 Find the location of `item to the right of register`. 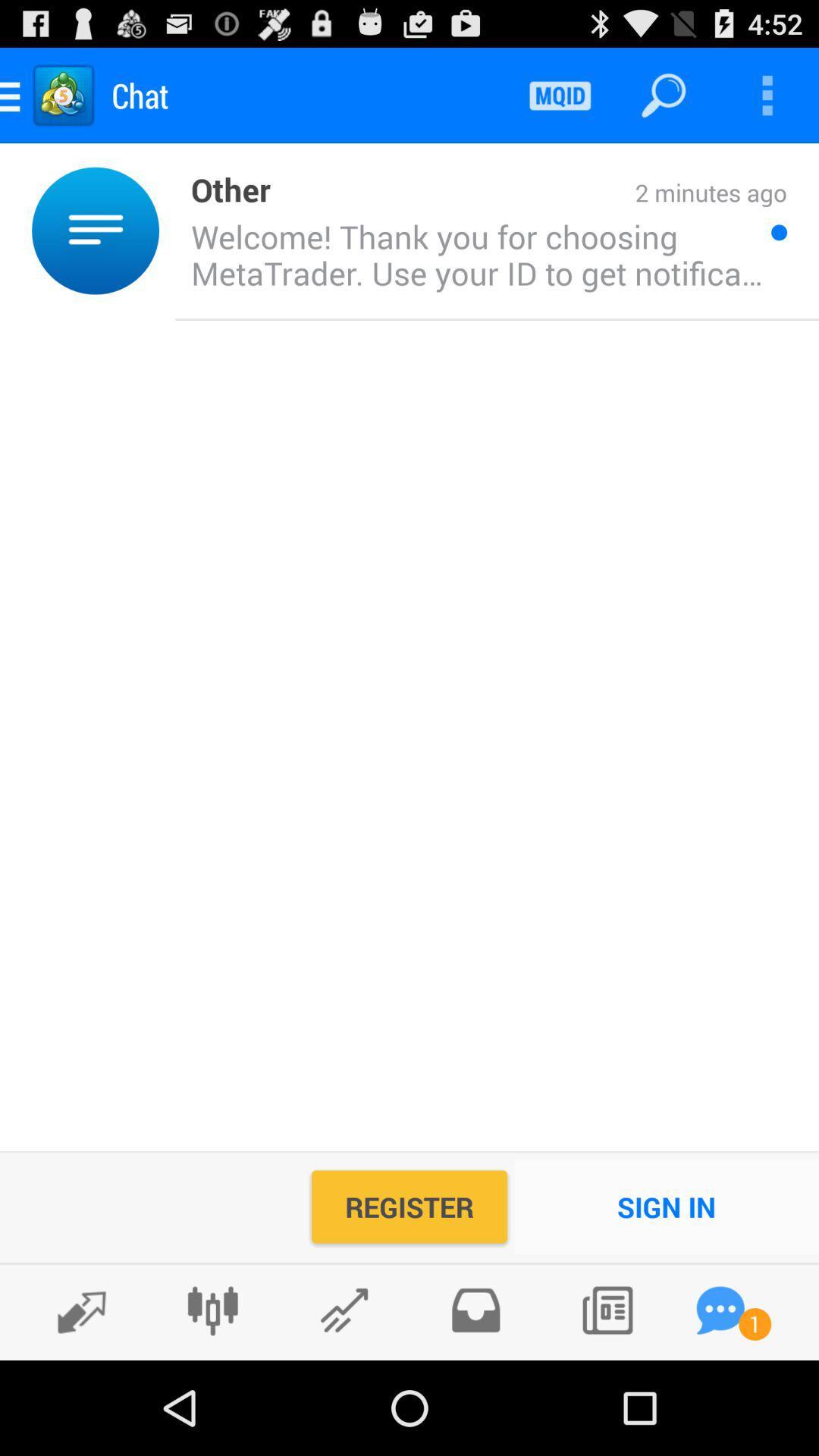

item to the right of register is located at coordinates (666, 1206).